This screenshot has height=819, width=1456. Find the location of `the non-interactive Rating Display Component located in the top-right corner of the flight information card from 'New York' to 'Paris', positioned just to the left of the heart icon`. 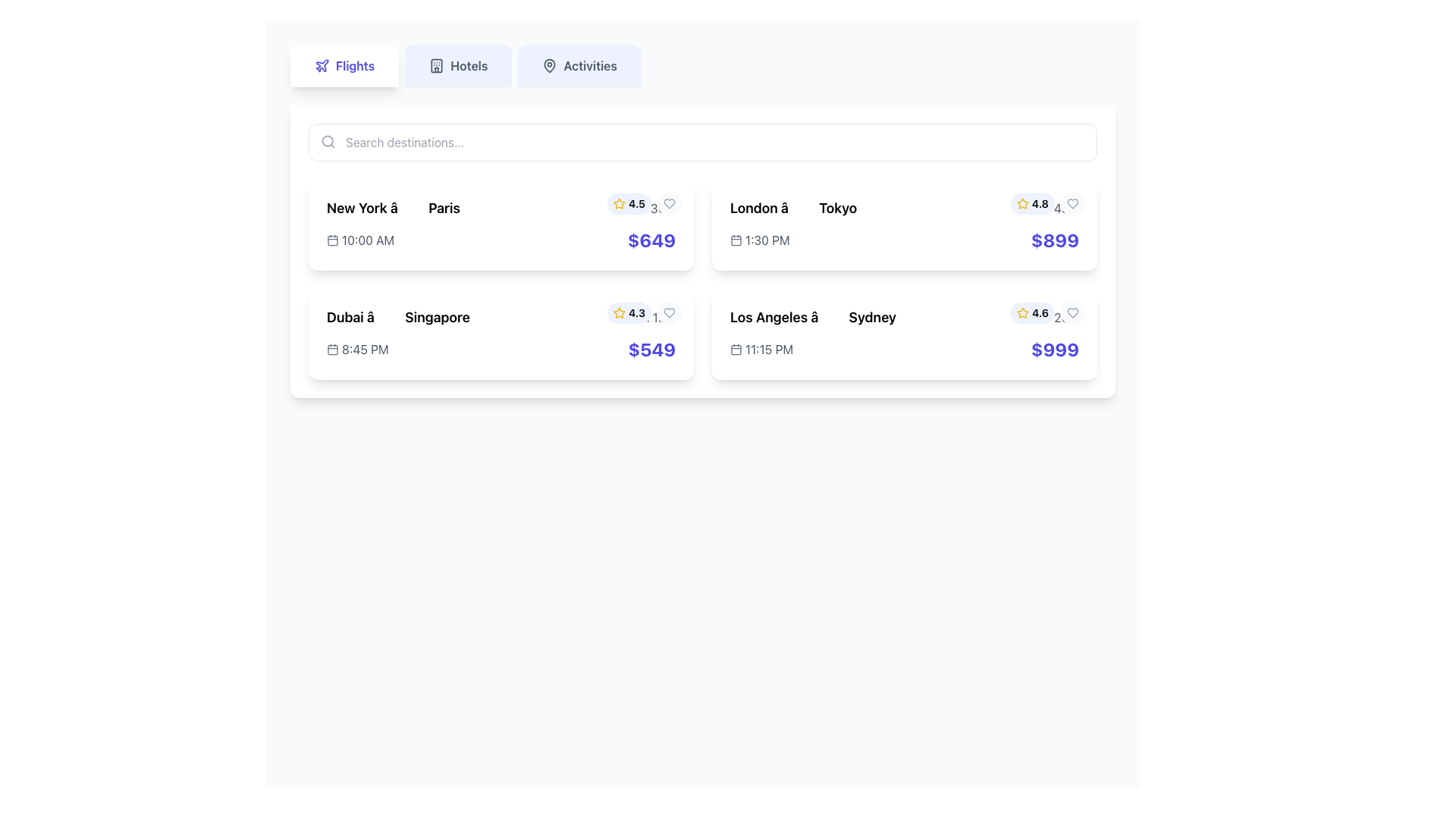

the non-interactive Rating Display Component located in the top-right corner of the flight information card from 'New York' to 'Paris', positioned just to the left of the heart icon is located at coordinates (629, 203).